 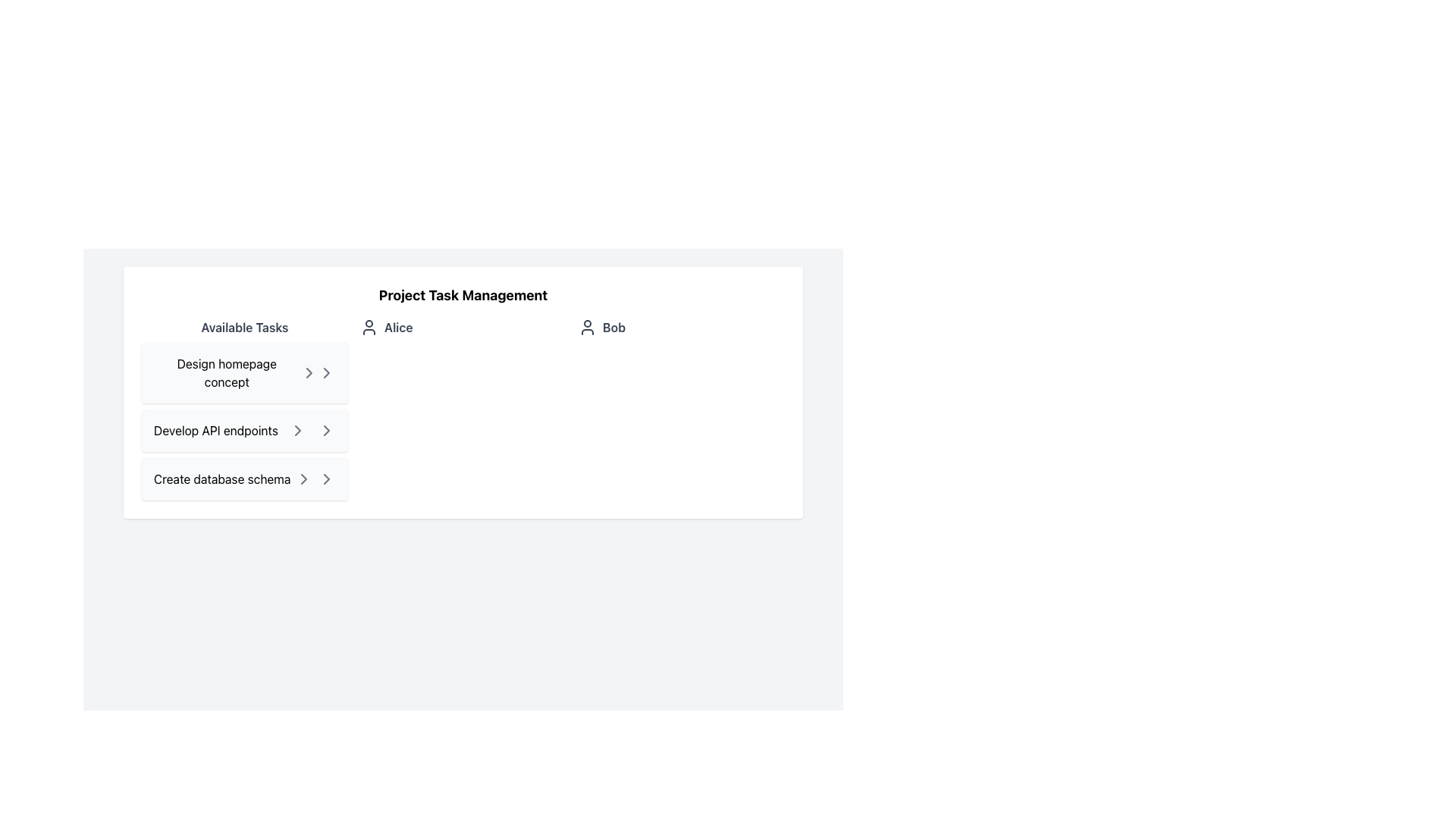 I want to click on the user icon representing 'Alice', located at the top-left area of the 'Project Task Management' section, immediately to the left of the text label 'Alice', so click(x=369, y=327).